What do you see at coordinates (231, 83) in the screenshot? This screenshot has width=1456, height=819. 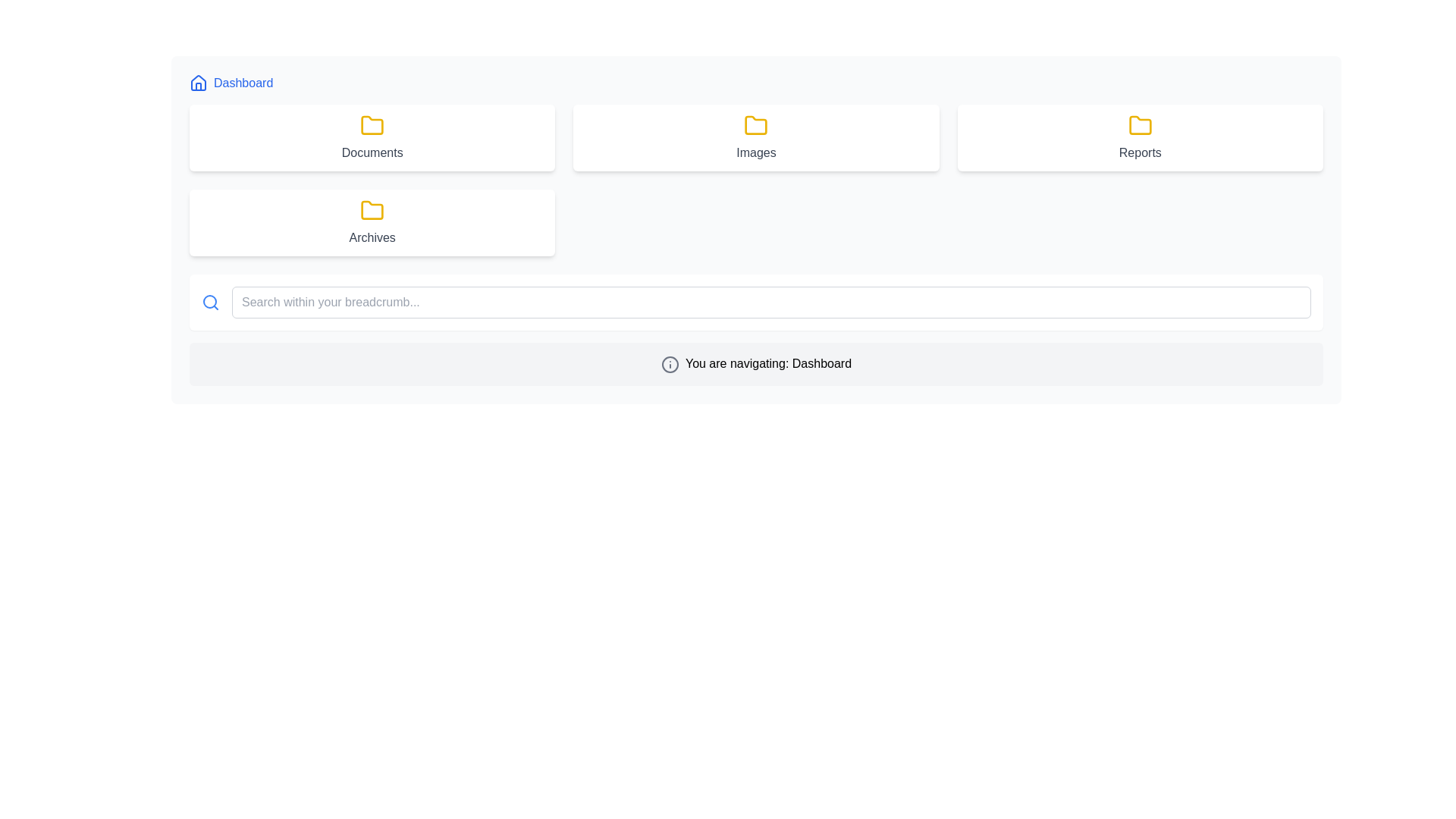 I see `the navigational link located at the top left of the interface` at bounding box center [231, 83].